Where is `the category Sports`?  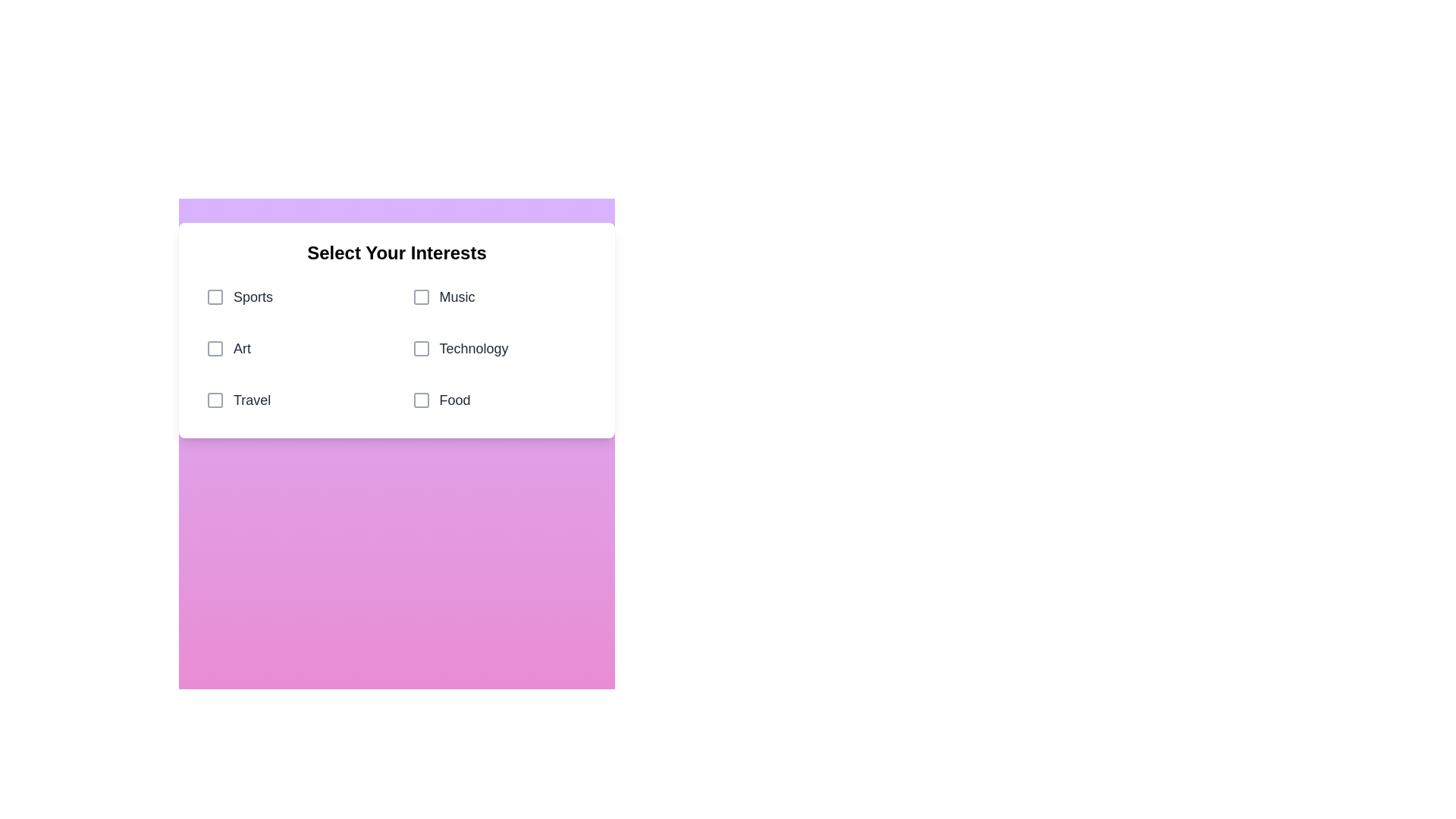 the category Sports is located at coordinates (293, 297).